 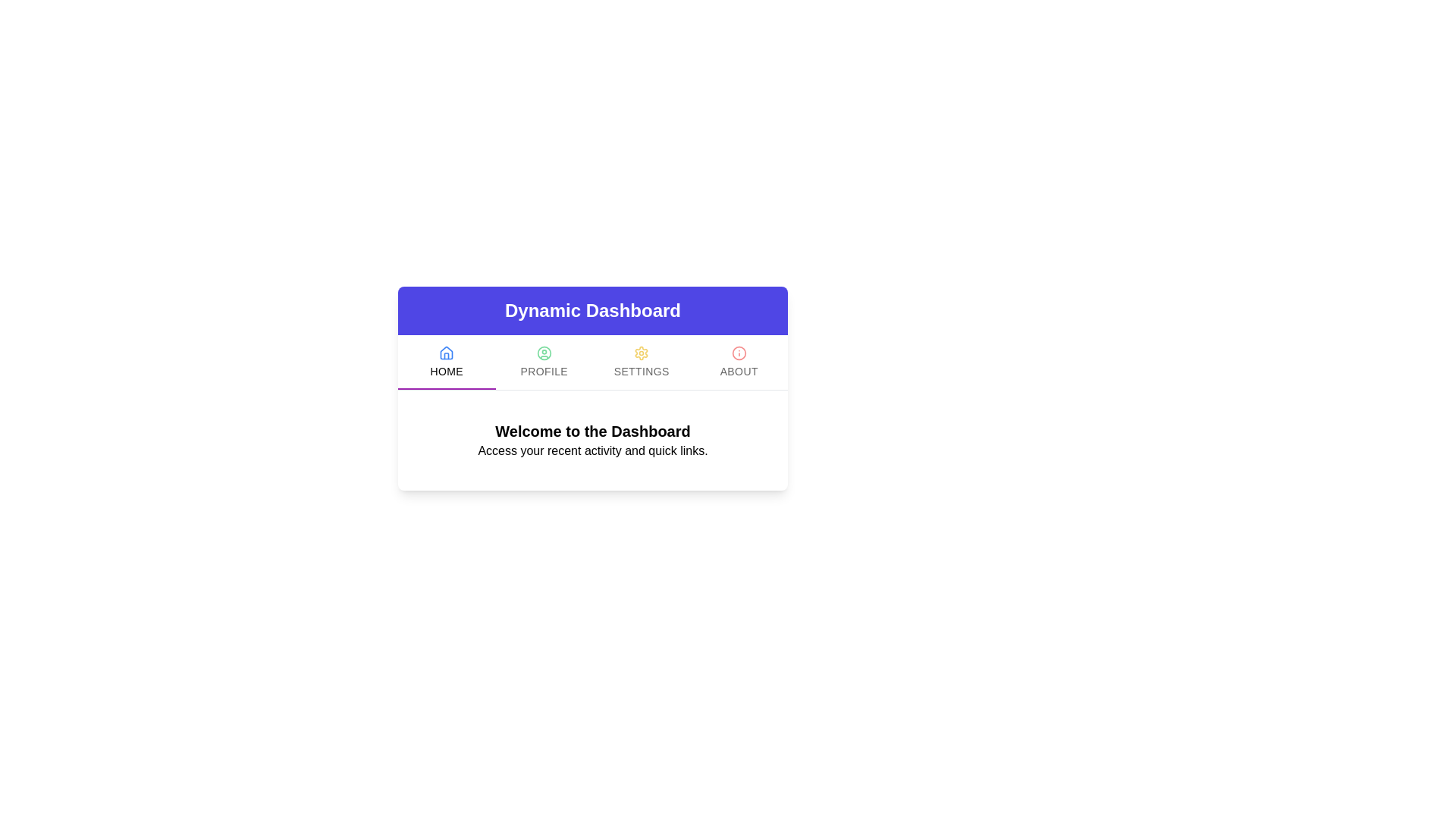 What do you see at coordinates (446, 362) in the screenshot?
I see `the 'Home' button, which is the first tab in a tab bar below a purple header` at bounding box center [446, 362].